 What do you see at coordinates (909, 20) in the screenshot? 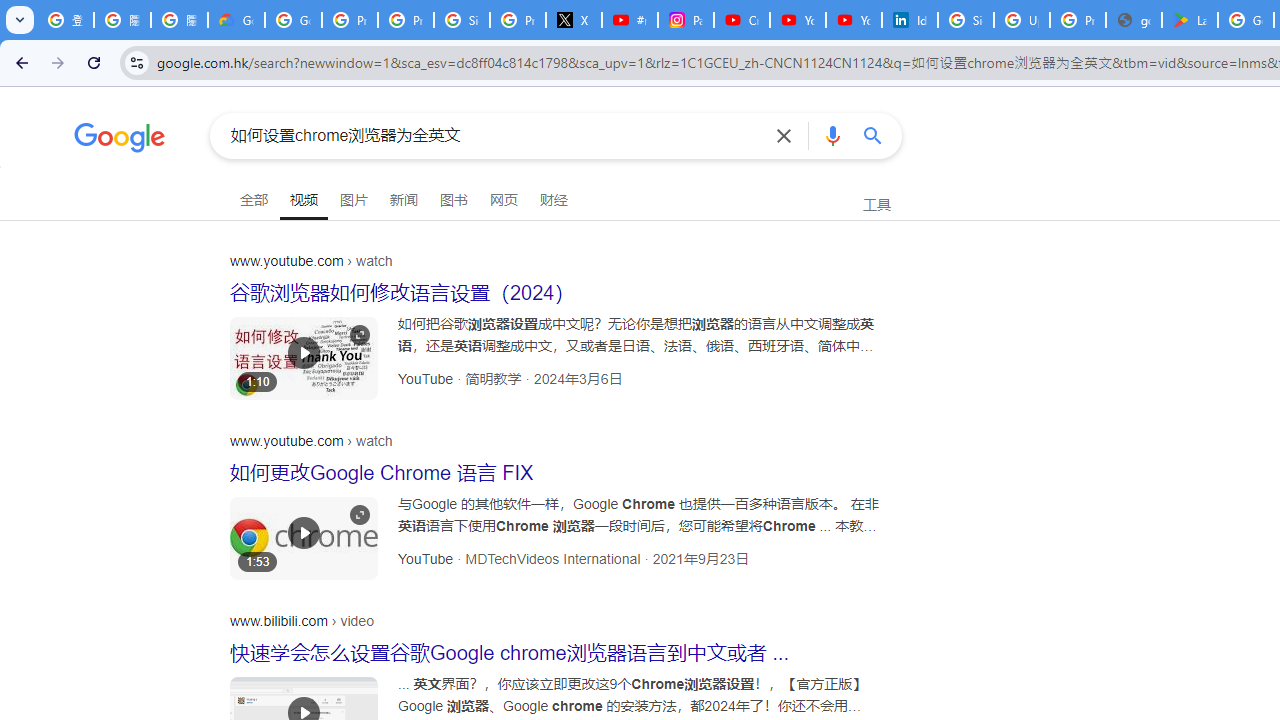
I see `'Identity verification via Persona | LinkedIn Help'` at bounding box center [909, 20].